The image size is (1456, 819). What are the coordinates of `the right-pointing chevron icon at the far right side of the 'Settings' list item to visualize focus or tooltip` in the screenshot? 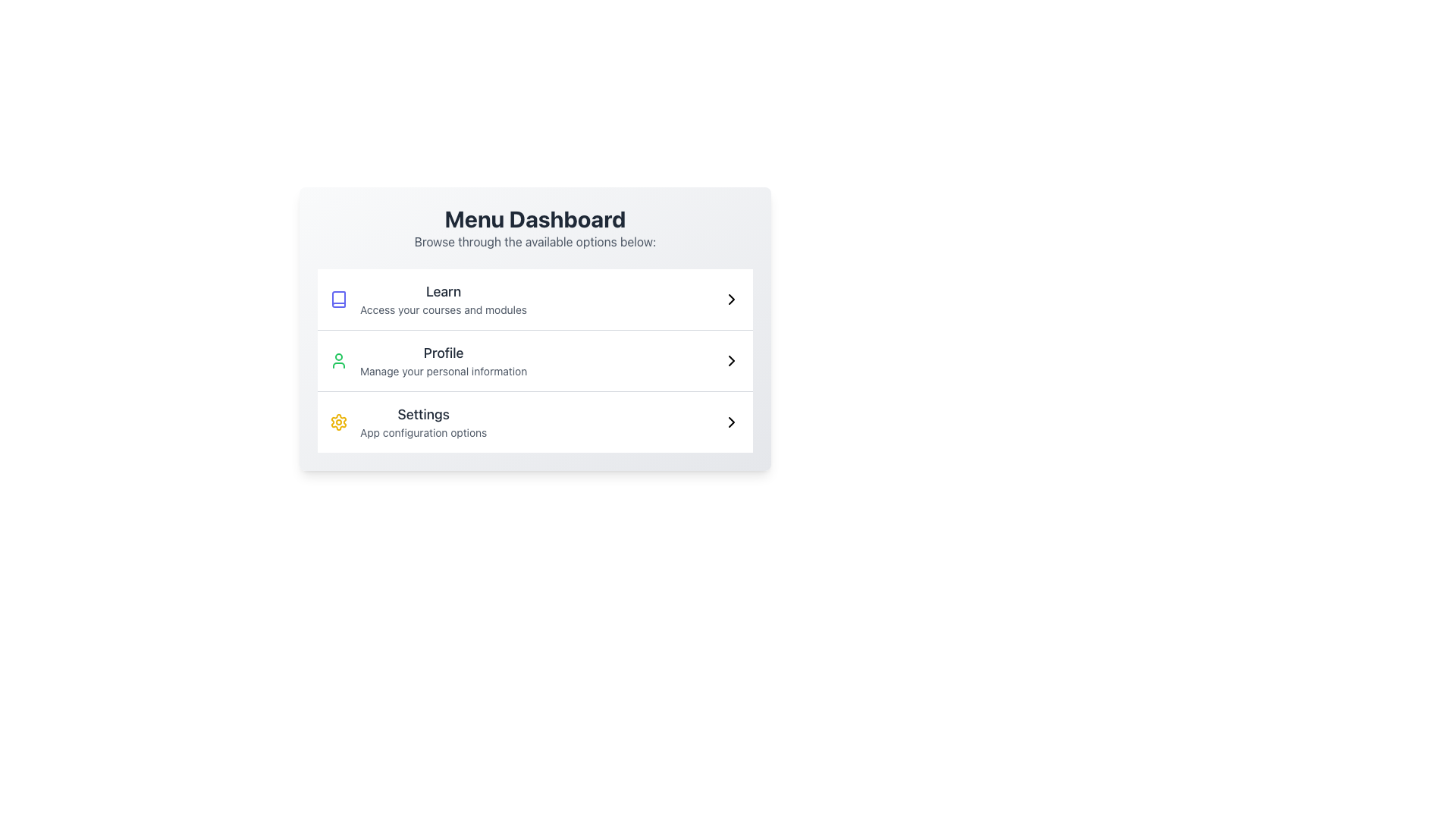 It's located at (731, 422).